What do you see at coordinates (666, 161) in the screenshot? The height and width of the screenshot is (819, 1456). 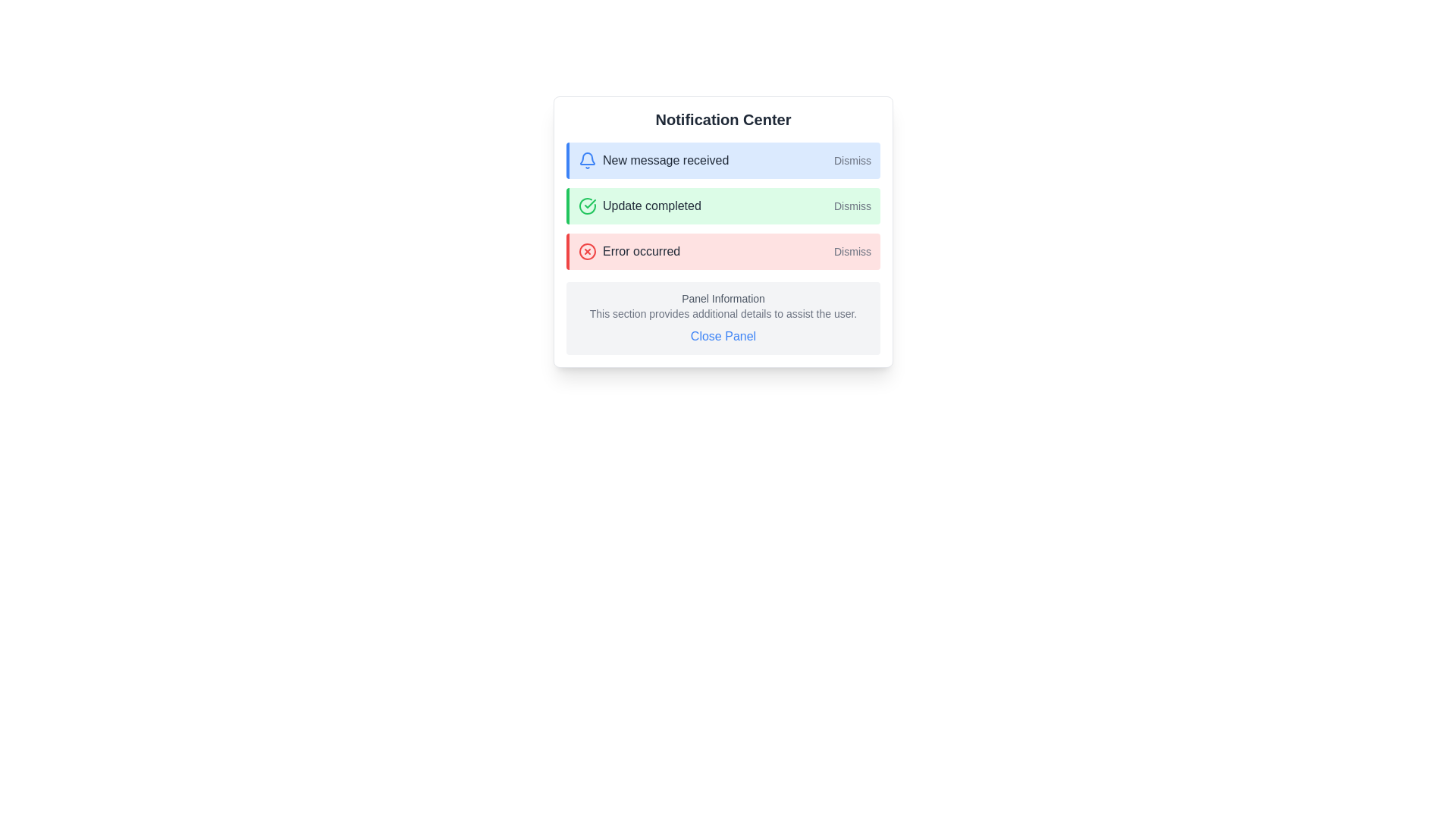 I see `the text label displaying 'New message received' located in the topmost notification box to the right of the bell icon` at bounding box center [666, 161].